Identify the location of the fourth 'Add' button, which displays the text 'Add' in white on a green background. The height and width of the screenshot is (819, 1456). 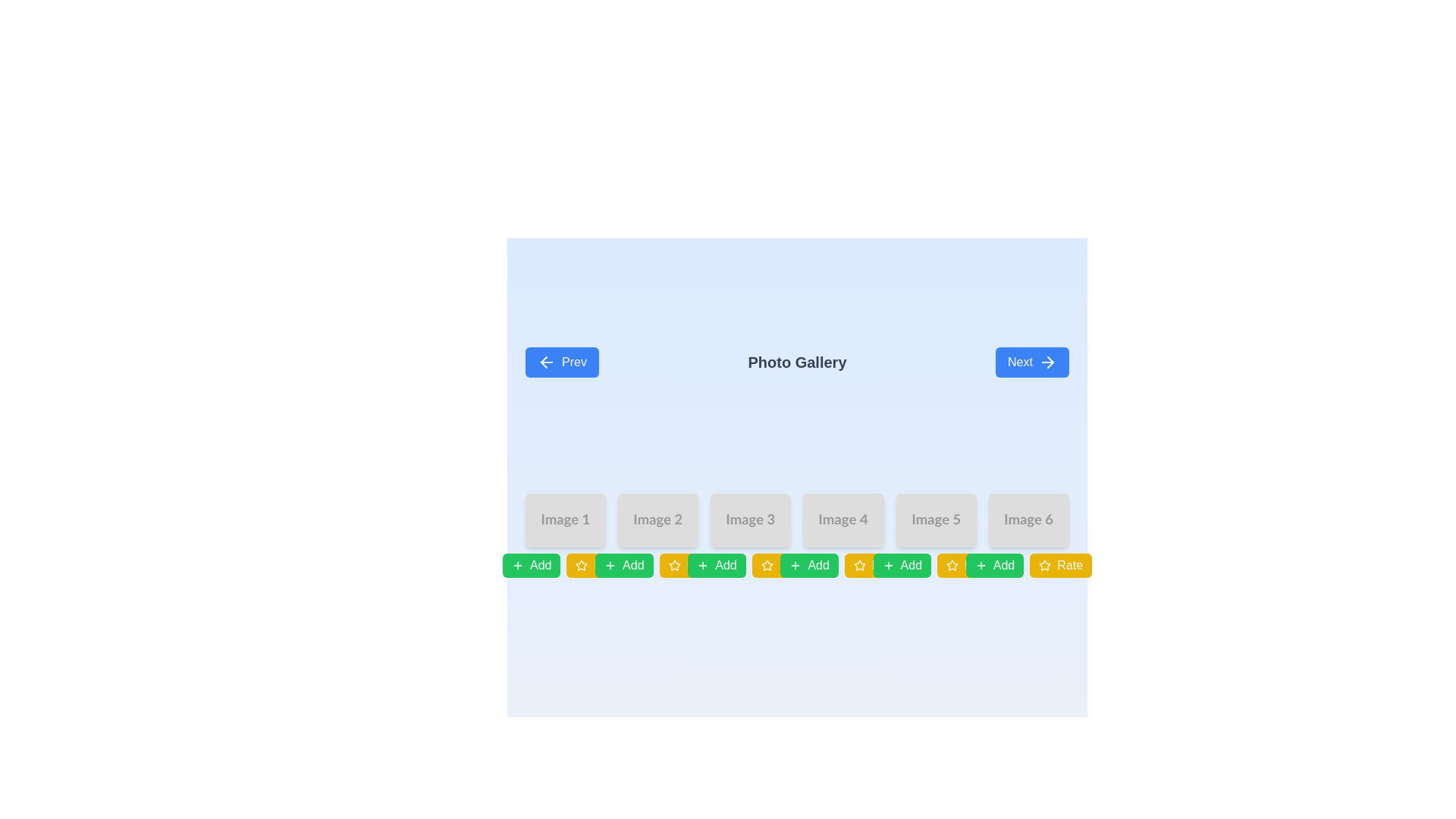
(725, 565).